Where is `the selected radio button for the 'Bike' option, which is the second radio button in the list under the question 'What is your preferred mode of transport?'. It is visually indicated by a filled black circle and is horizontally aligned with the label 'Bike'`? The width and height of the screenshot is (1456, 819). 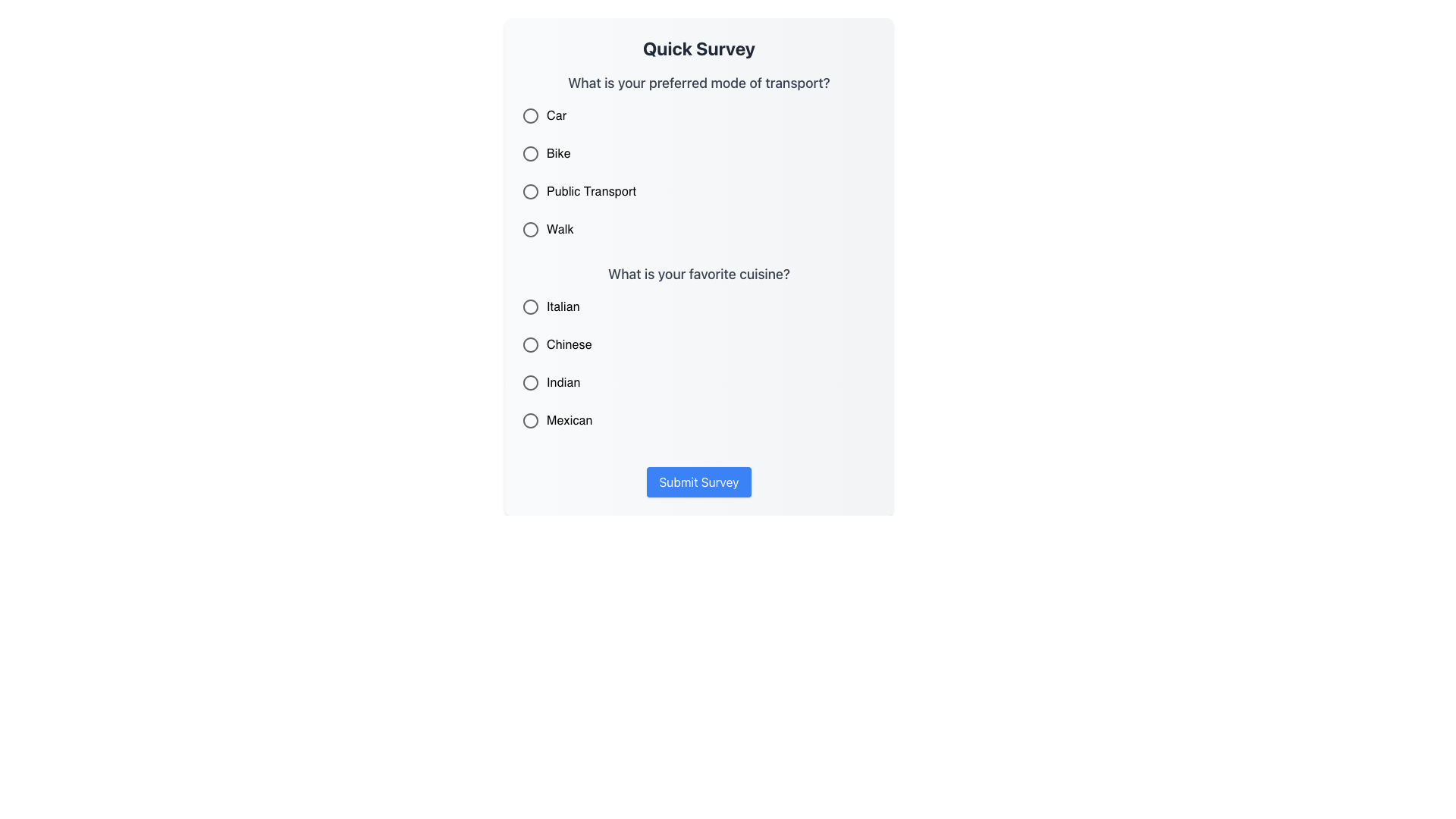 the selected radio button for the 'Bike' option, which is the second radio button in the list under the question 'What is your preferred mode of transport?'. It is visually indicated by a filled black circle and is horizontally aligned with the label 'Bike' is located at coordinates (531, 154).